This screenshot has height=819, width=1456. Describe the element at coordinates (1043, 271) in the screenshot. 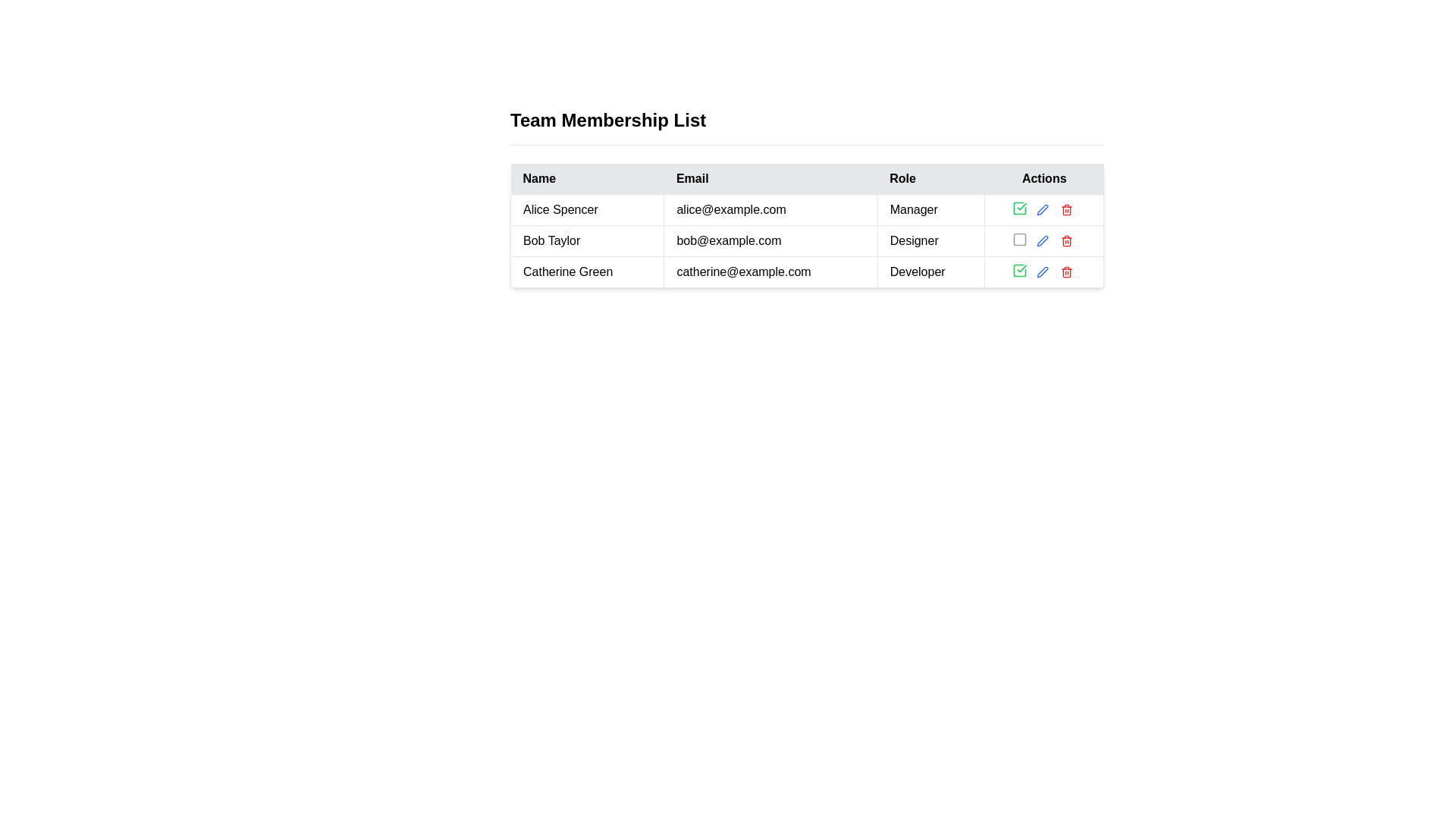

I see `the checkmark icon button in the 'Actions' column to mark the task of 'Catherine Green - Developer' as completed or approved` at that location.